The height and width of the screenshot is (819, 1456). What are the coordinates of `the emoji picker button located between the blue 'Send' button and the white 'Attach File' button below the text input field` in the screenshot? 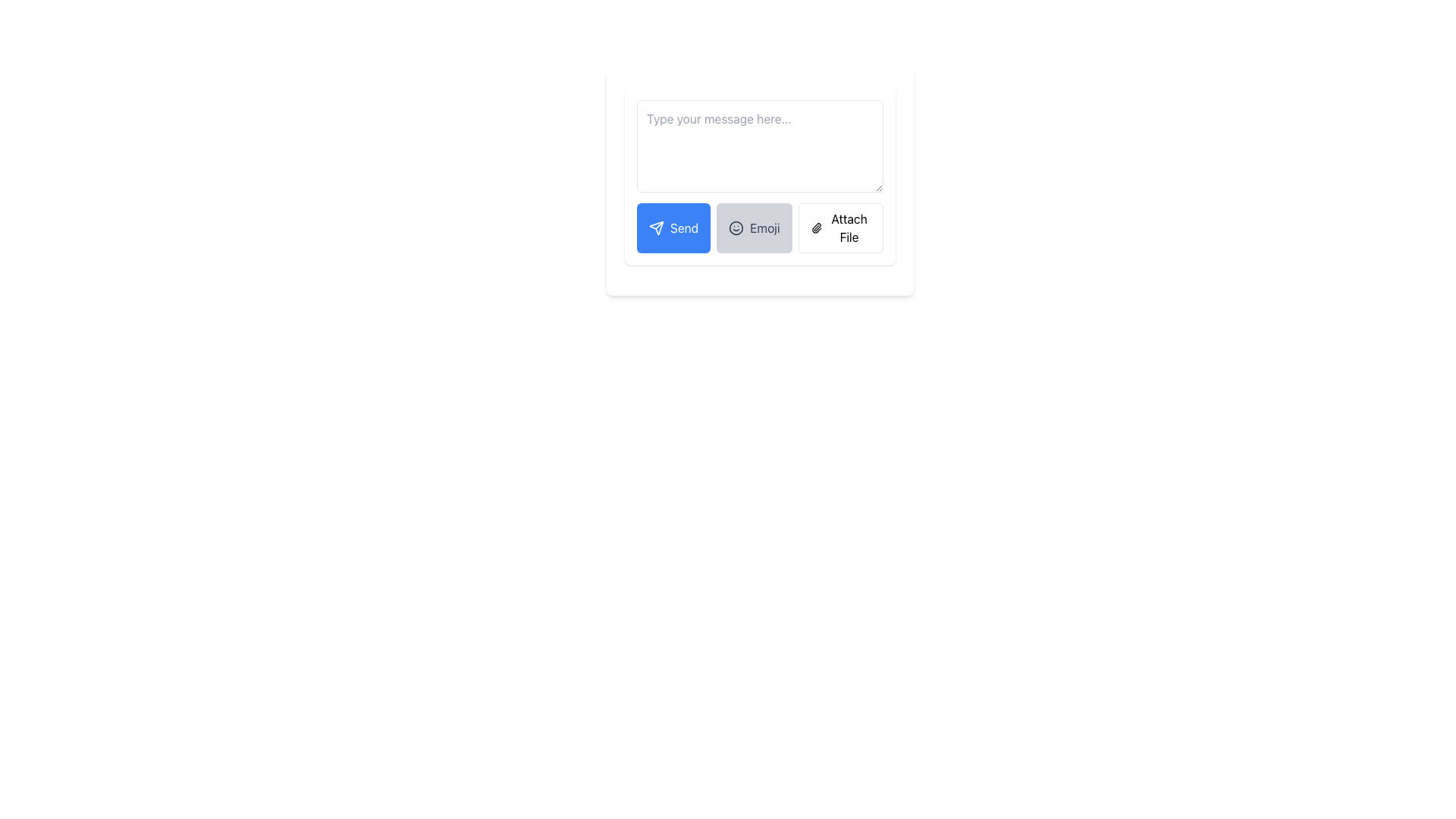 It's located at (754, 227).